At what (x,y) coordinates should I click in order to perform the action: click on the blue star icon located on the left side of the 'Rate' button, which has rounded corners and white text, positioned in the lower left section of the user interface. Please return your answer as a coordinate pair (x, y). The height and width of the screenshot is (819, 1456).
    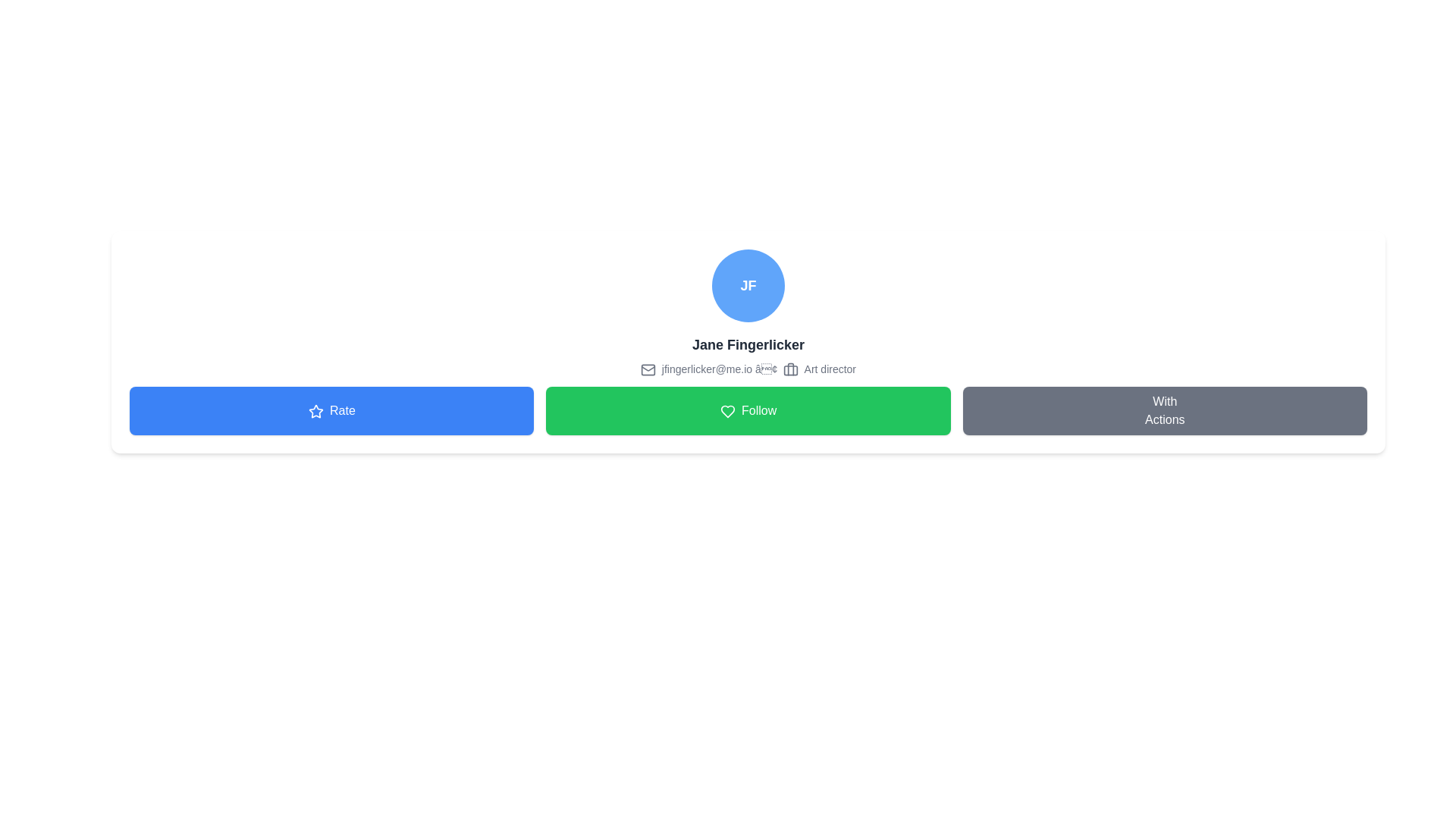
    Looking at the image, I should click on (315, 412).